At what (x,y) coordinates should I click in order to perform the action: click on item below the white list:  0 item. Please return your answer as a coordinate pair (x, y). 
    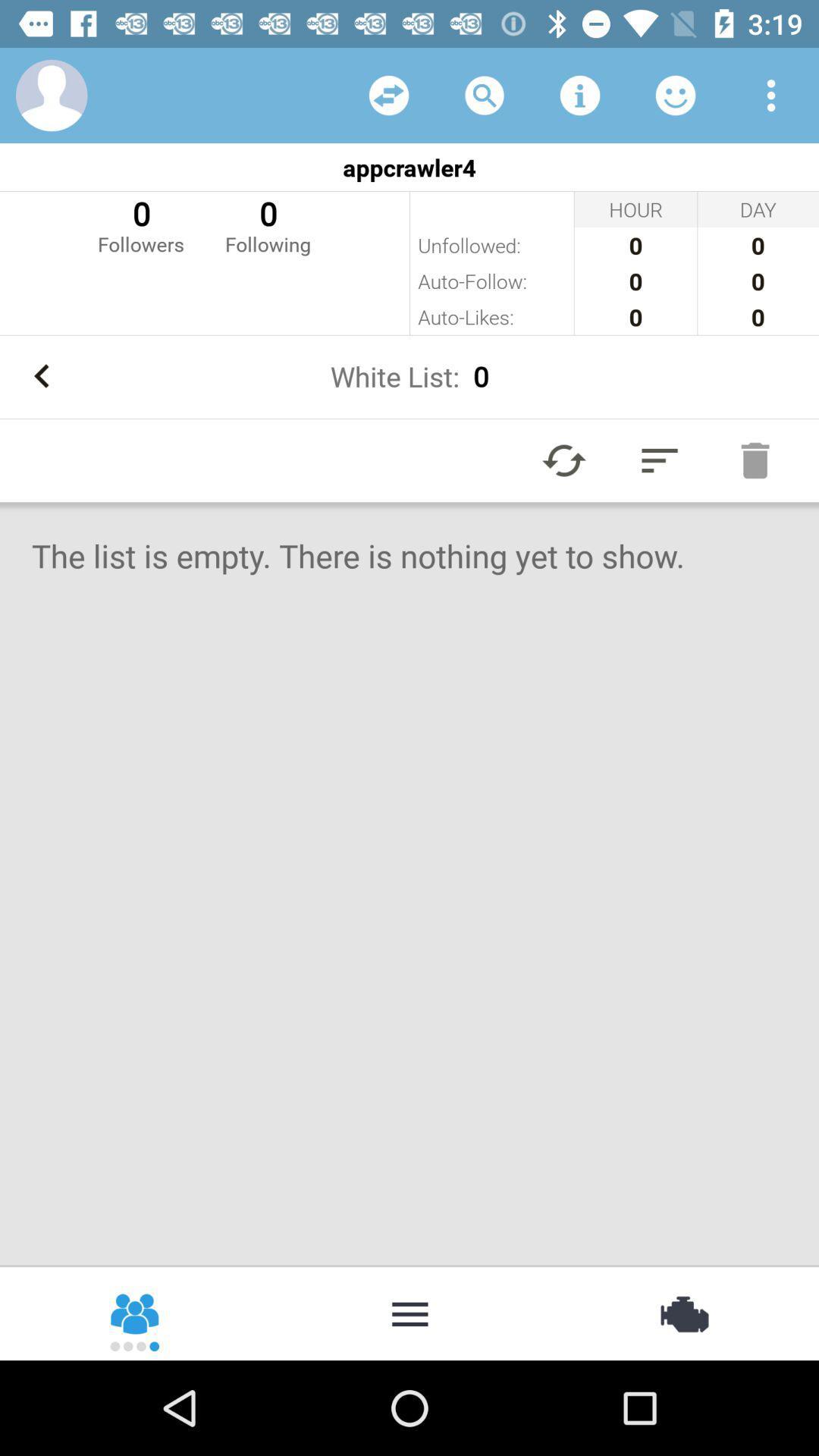
    Looking at the image, I should click on (659, 460).